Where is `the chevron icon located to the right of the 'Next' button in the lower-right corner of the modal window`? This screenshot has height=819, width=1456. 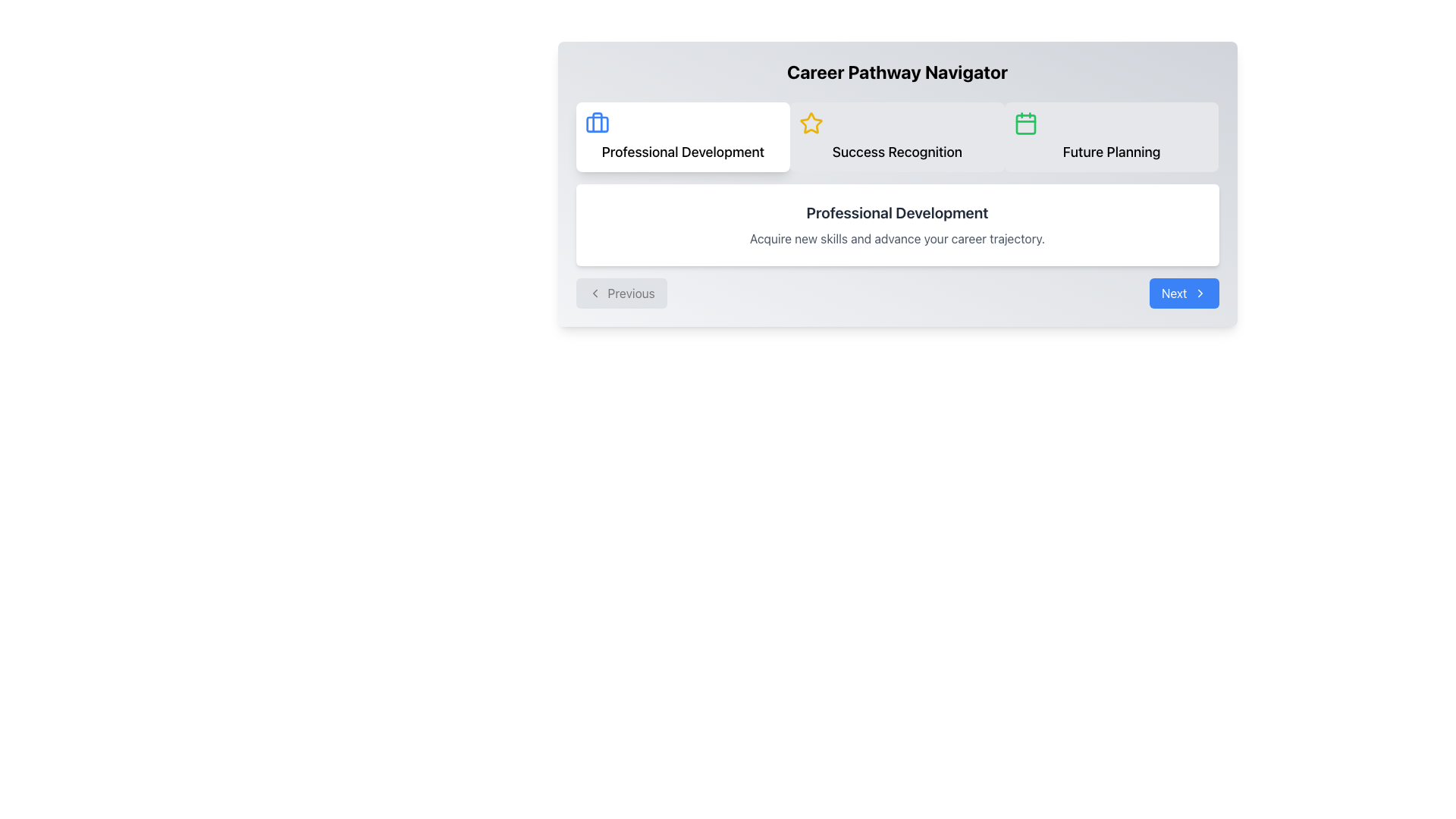 the chevron icon located to the right of the 'Next' button in the lower-right corner of the modal window is located at coordinates (1199, 293).